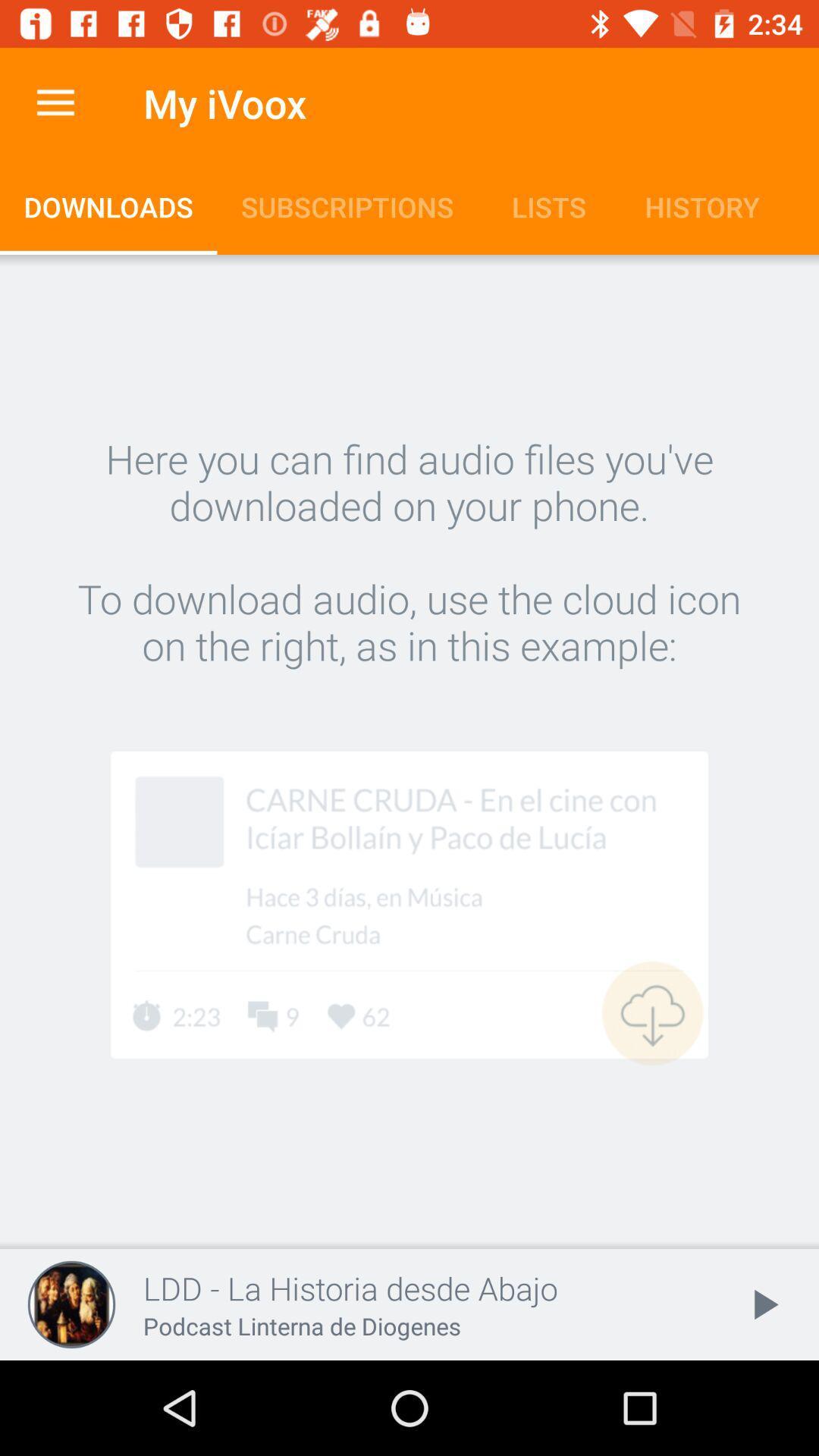 The width and height of the screenshot is (819, 1456). I want to click on icon next to the my ivoox, so click(55, 102).